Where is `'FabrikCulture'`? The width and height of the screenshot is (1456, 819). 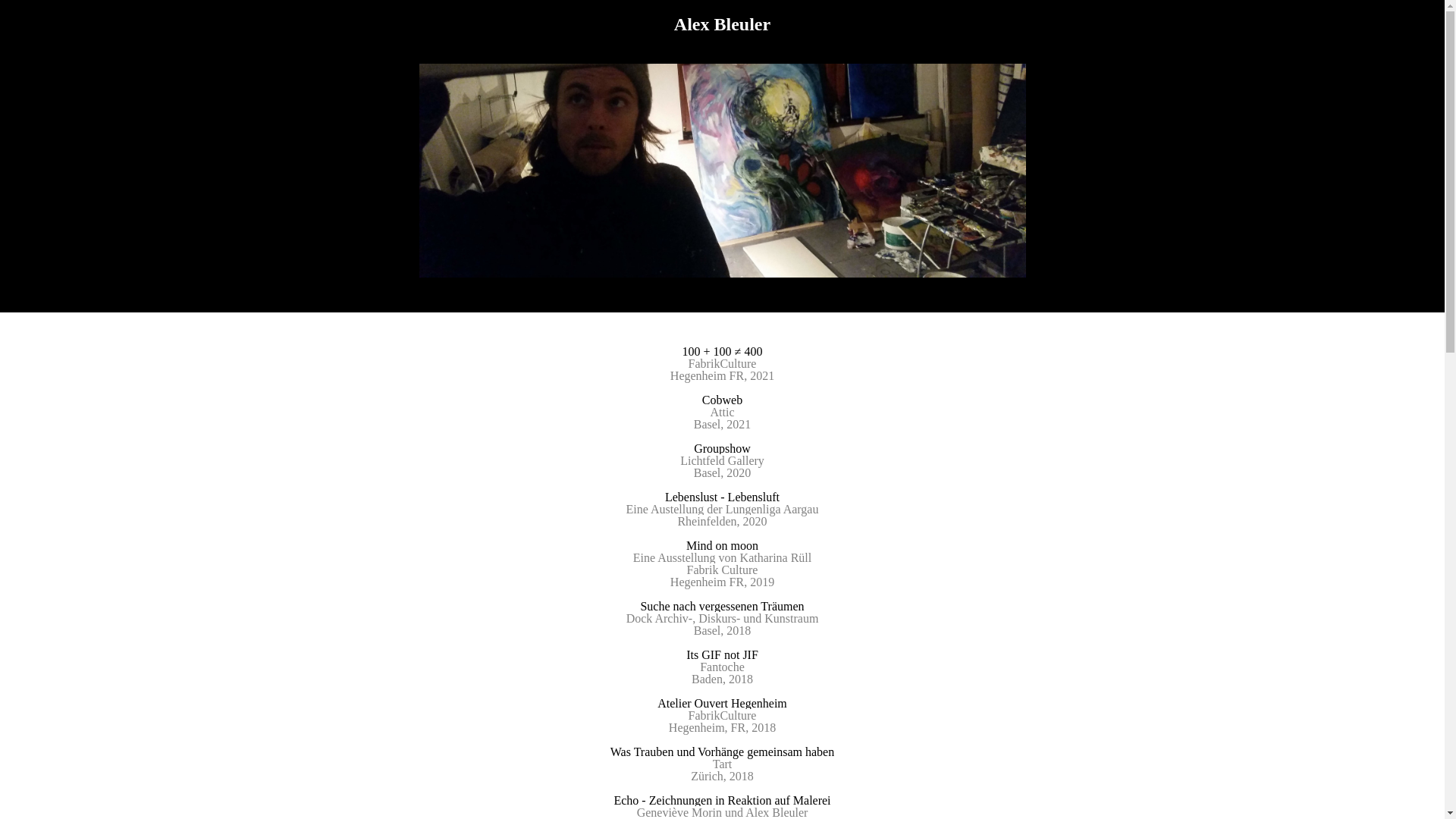 'FabrikCulture' is located at coordinates (722, 363).